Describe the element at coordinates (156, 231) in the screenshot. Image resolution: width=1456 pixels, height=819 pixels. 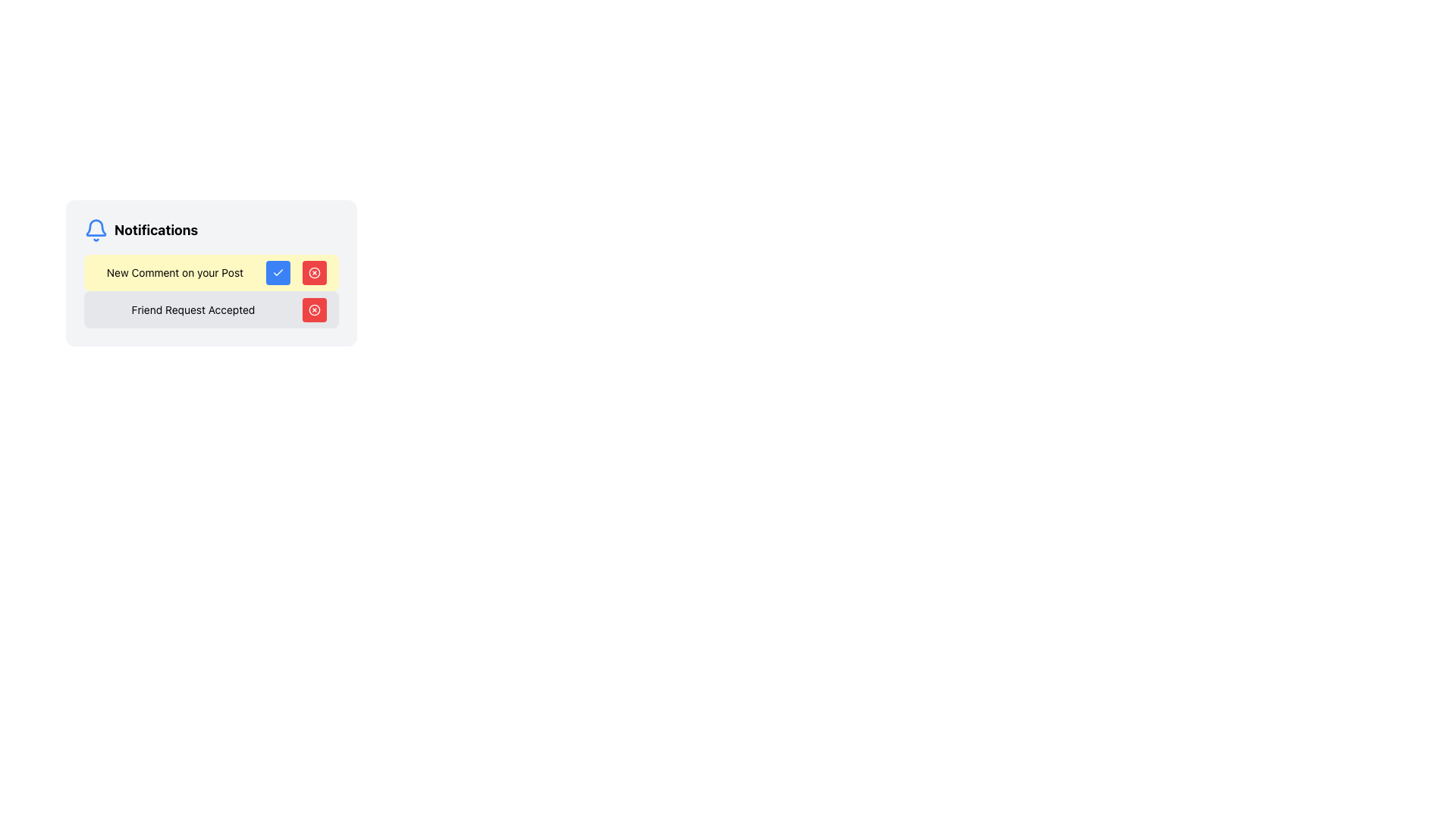
I see `the text label that serves as a header for the notification section, located to the right of the bell icon at the top of the notification panel` at that location.